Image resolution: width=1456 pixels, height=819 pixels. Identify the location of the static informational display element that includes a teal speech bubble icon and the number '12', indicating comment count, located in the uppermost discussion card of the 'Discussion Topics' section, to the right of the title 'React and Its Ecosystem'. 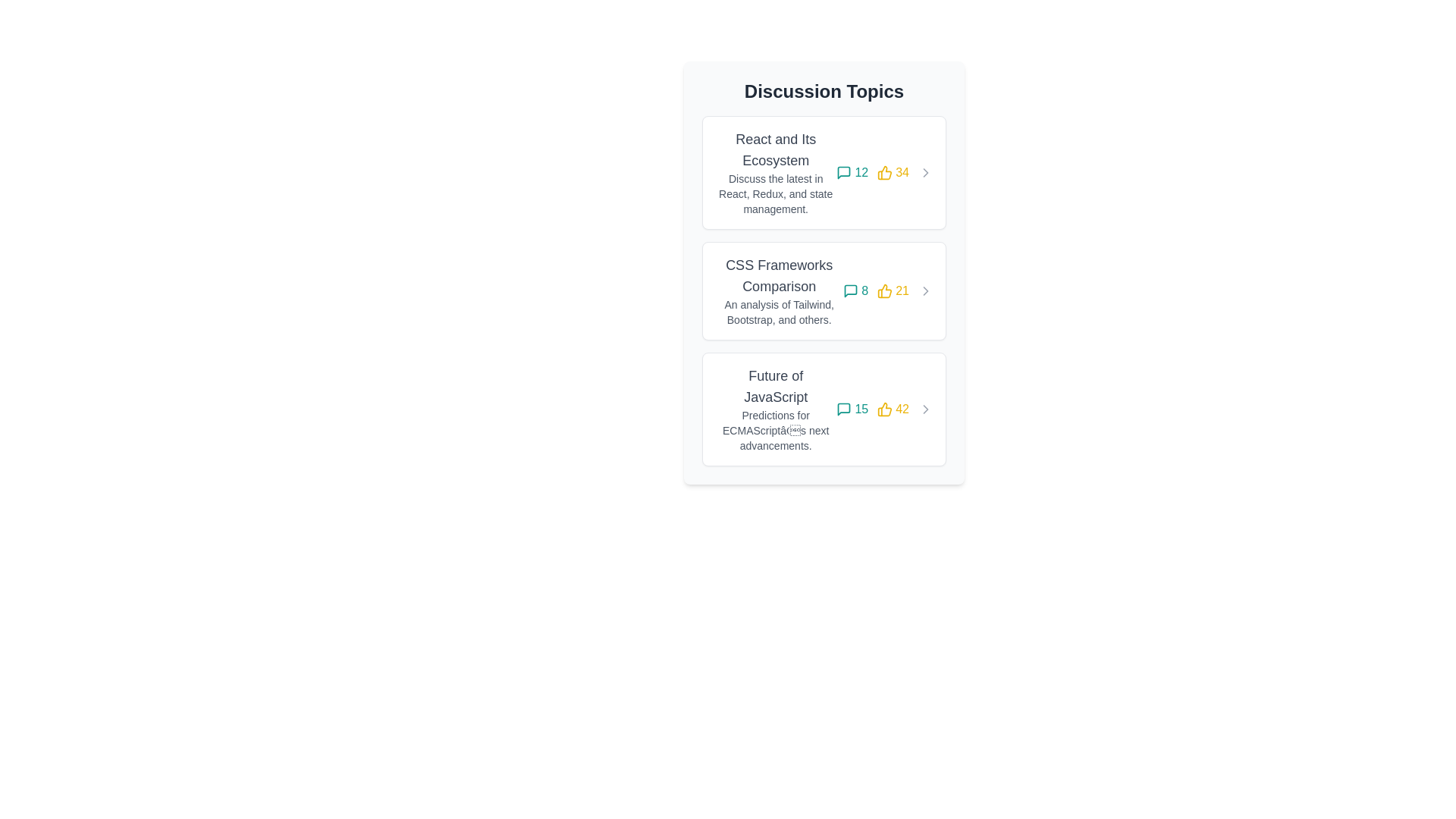
(852, 171).